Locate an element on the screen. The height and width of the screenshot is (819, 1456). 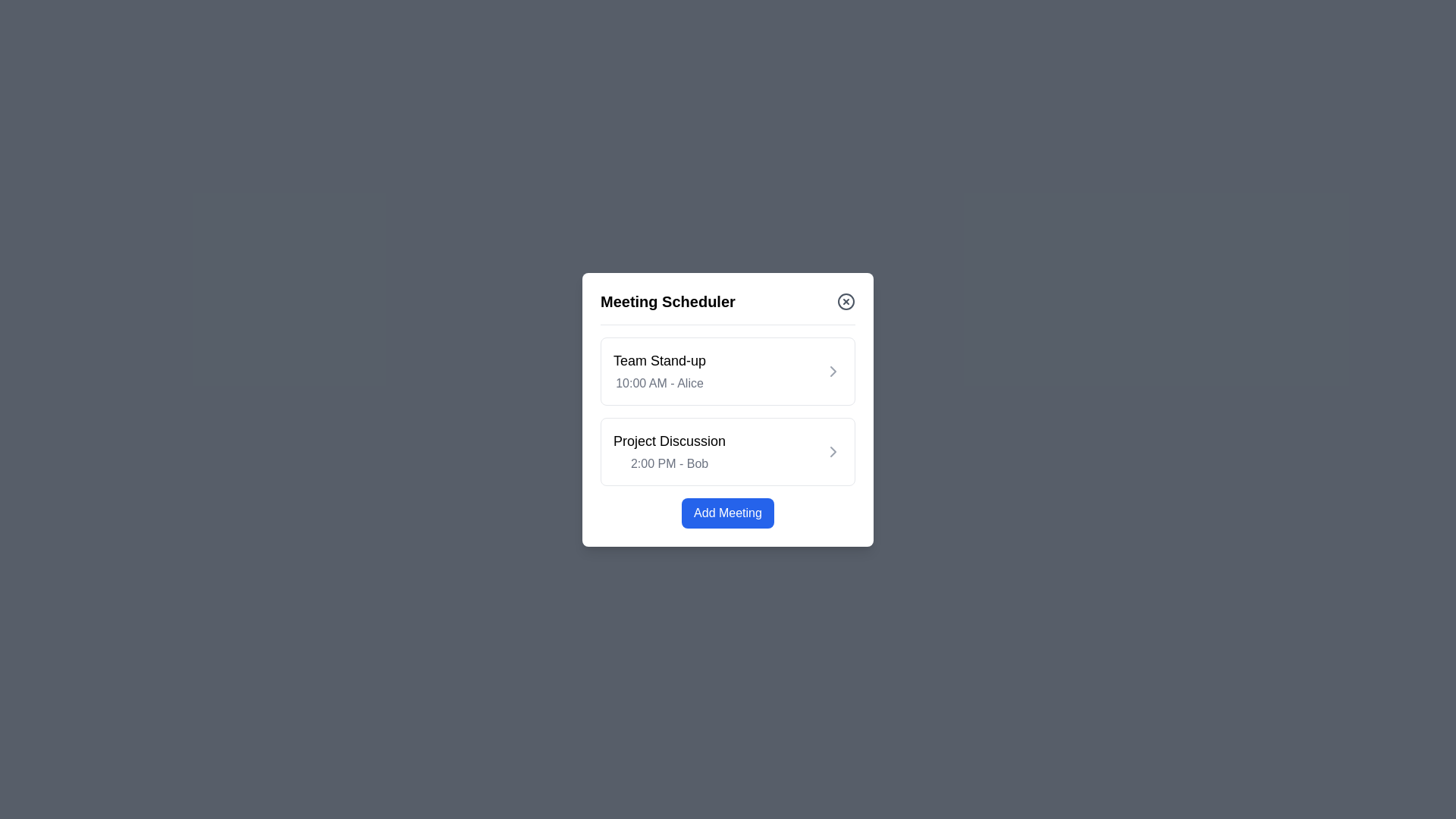
the 'Project Discussion' text label, which is styled in bold and is larger than the adjacent text '2:00 PM - Bob', located in the second item of the list on the main interface is located at coordinates (669, 441).